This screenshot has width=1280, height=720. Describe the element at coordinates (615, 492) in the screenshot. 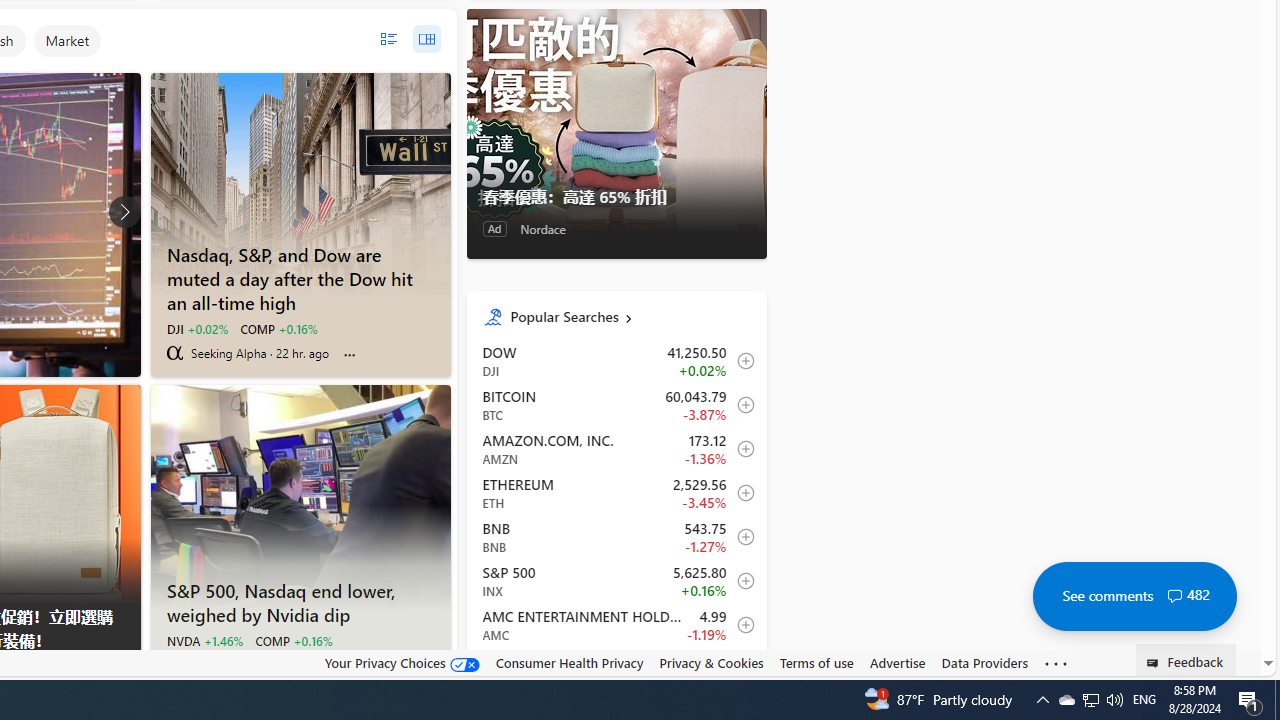

I see `'ETH Ethereum decrease 2,529.56 -87.30 -3.45% itemundefined'` at that location.